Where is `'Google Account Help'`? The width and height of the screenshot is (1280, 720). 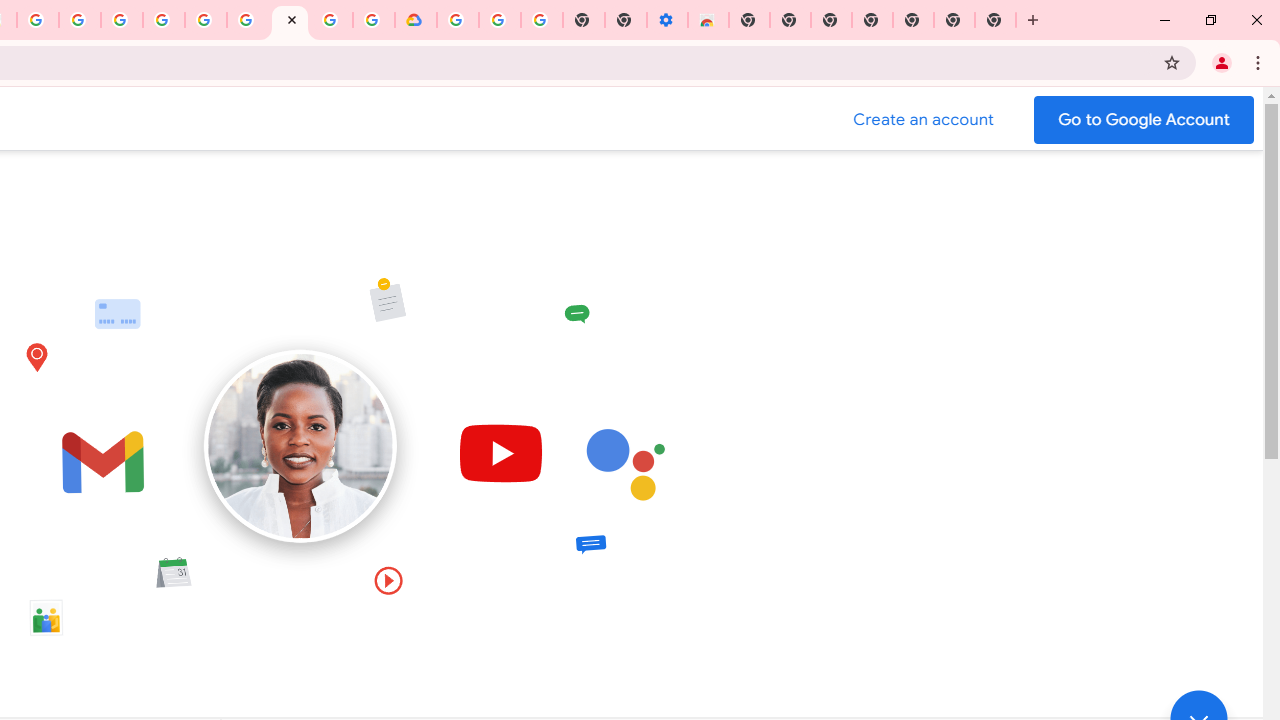 'Google Account Help' is located at coordinates (499, 20).